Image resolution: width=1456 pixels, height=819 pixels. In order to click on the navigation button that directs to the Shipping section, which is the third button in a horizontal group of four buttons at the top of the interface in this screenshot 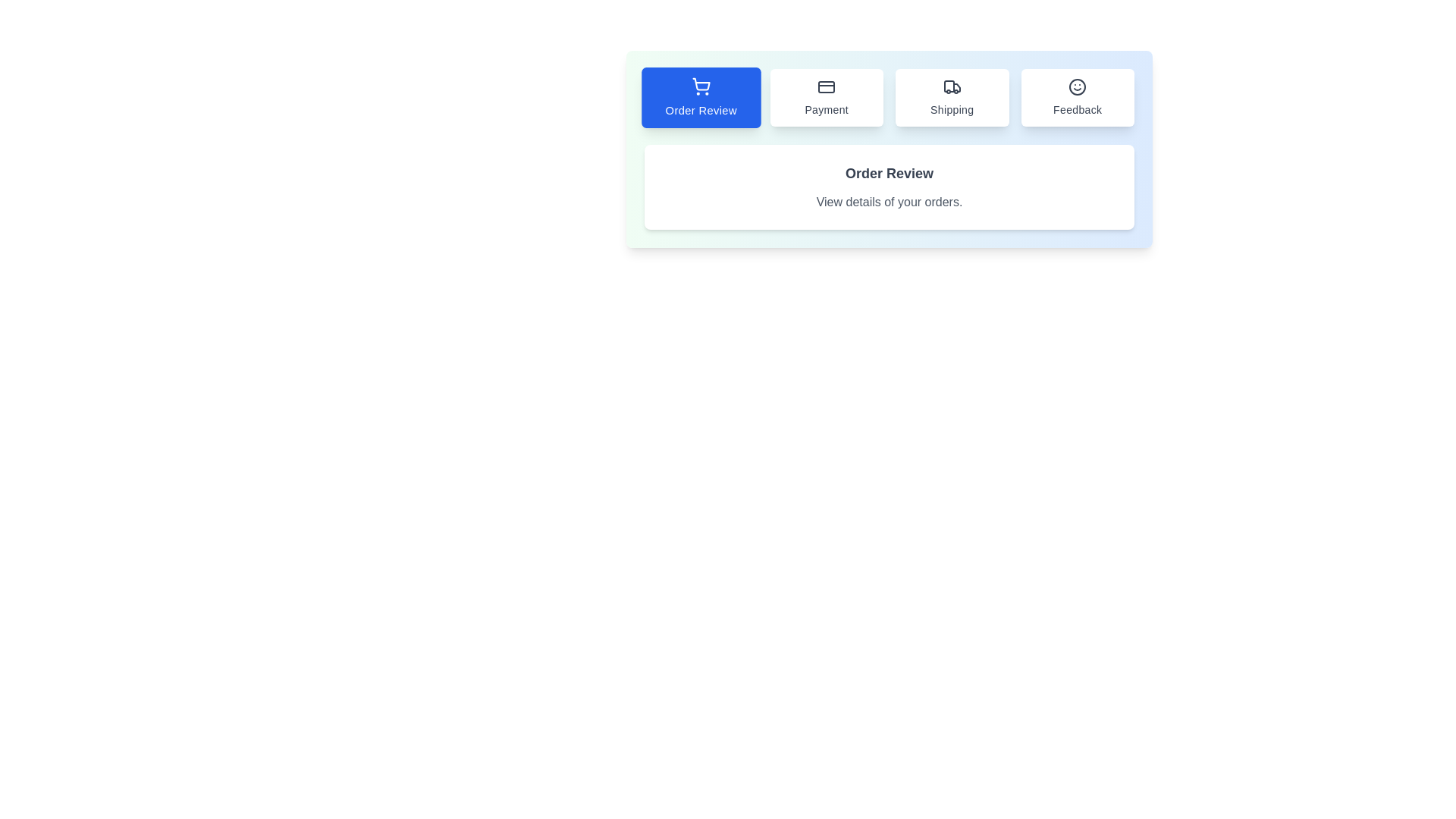, I will do `click(951, 97)`.